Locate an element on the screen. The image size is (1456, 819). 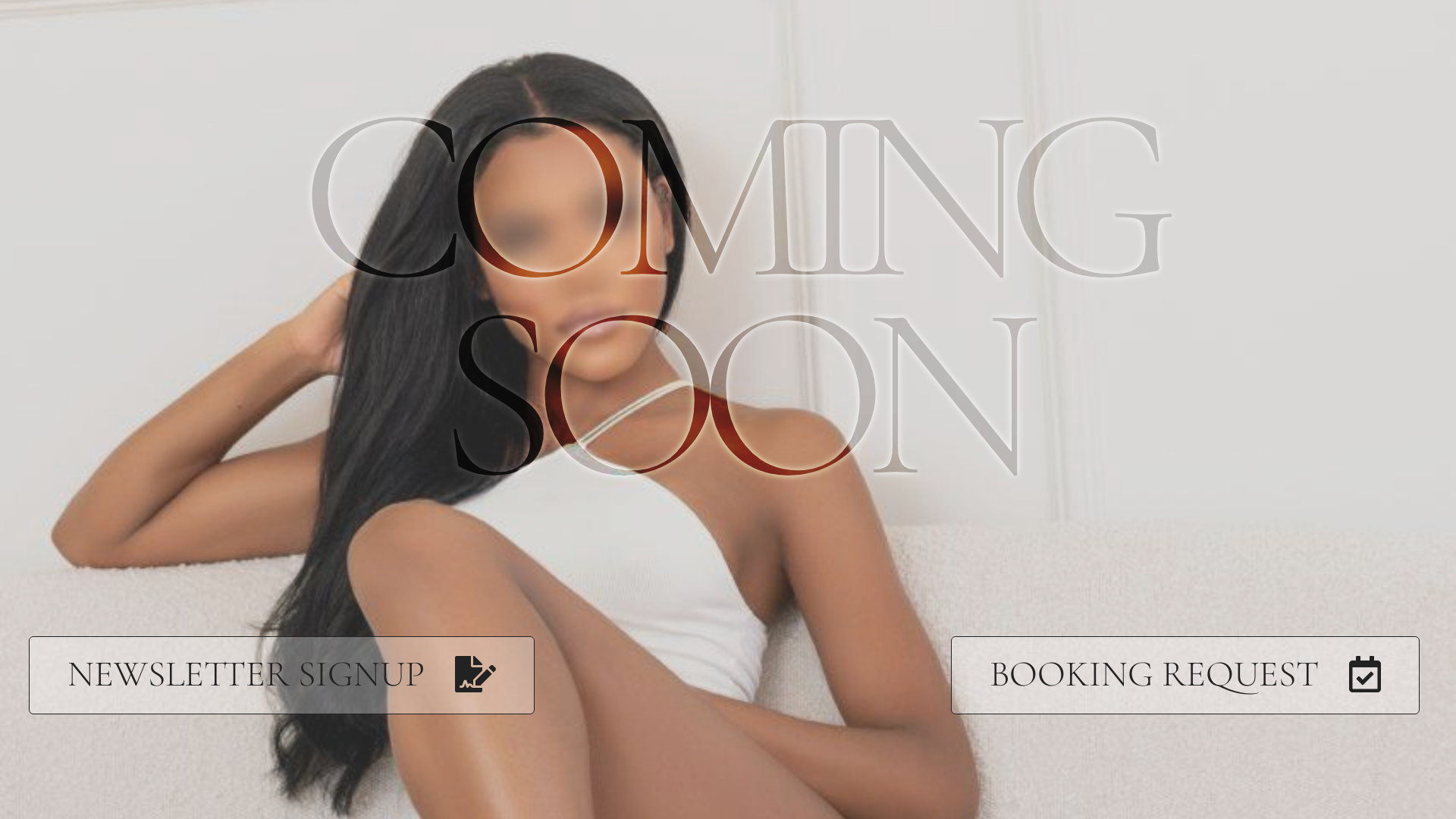
'NEWSLETTER SIGNUP' is located at coordinates (281, 674).